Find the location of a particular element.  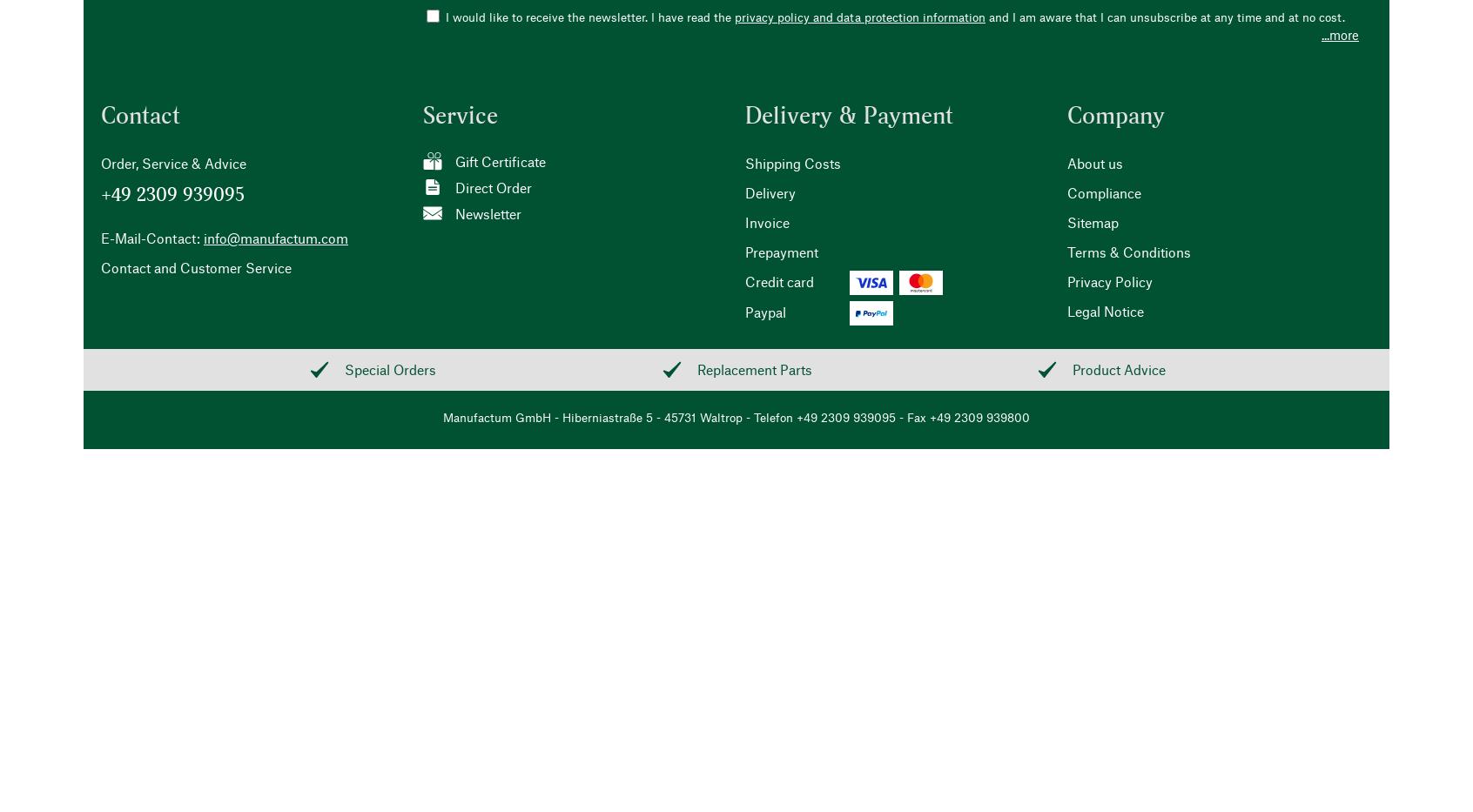

'E-Mail-Contact:' is located at coordinates (149, 237).